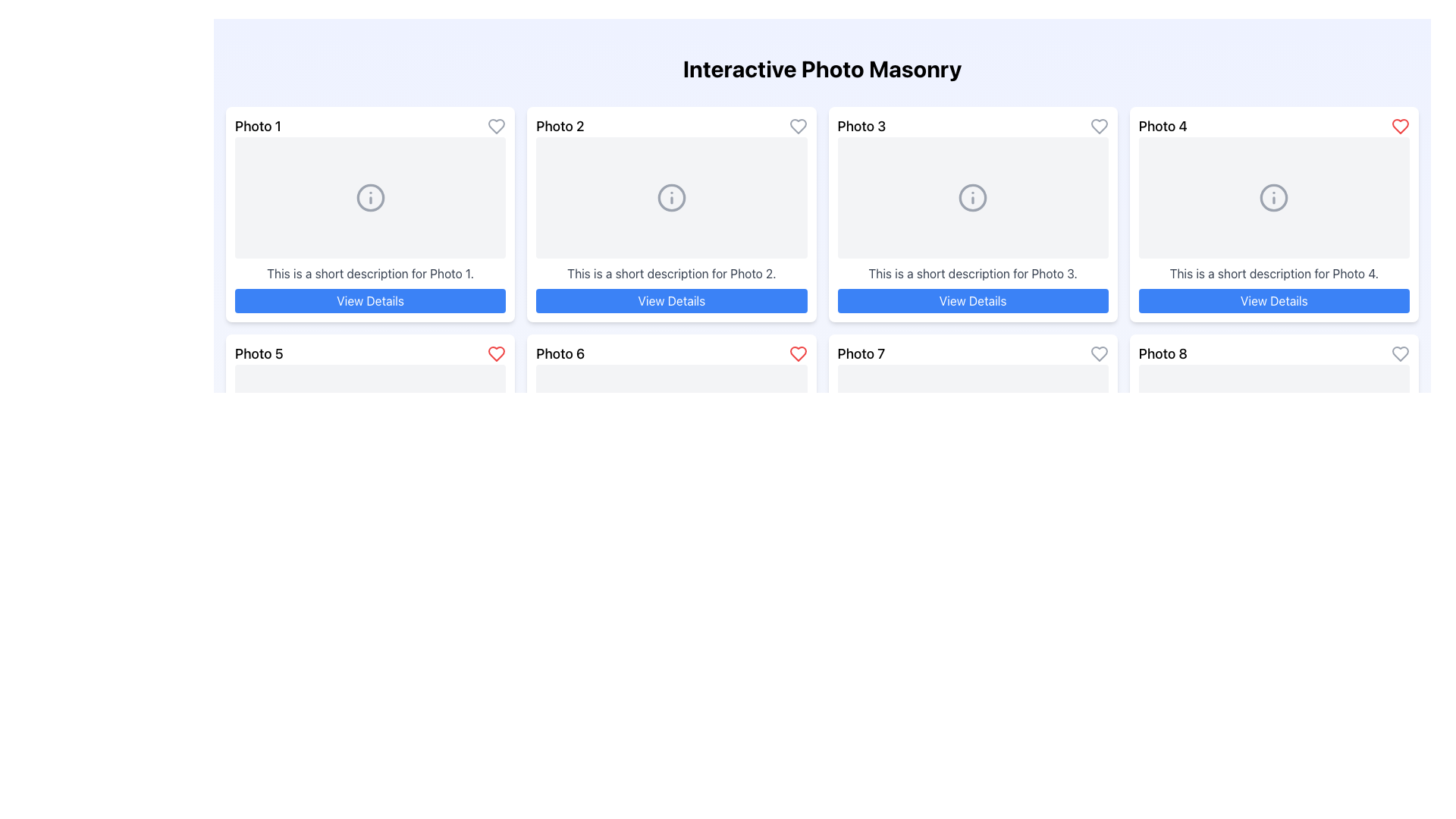 The image size is (1456, 819). I want to click on the button labeled 'View Details' which has a blue background and is located at the bottom of the card labeled 'Photo 1', so click(370, 301).